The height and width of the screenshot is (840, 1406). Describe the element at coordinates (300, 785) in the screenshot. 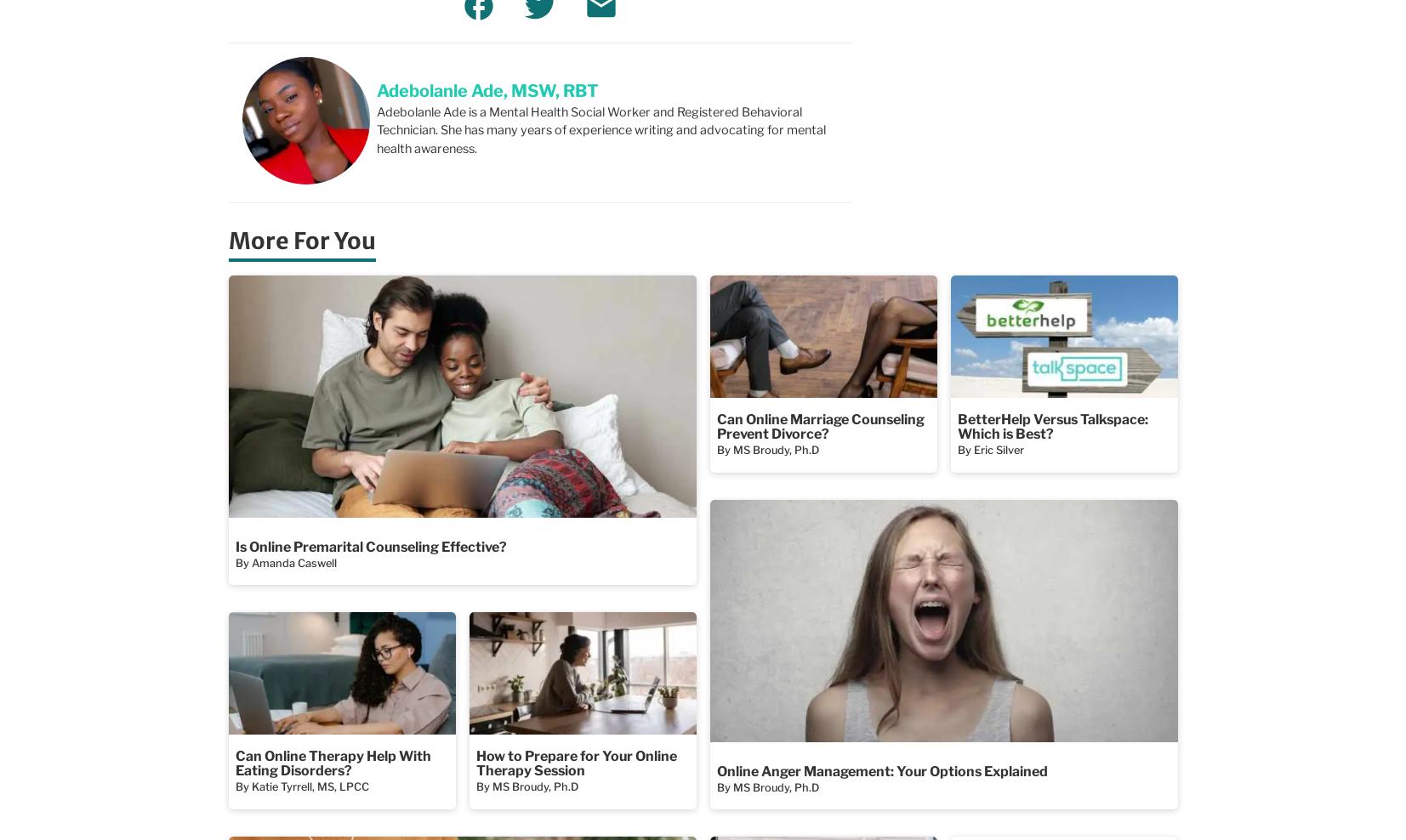

I see `'By Katie Tyrrell, MS, LPCC'` at that location.